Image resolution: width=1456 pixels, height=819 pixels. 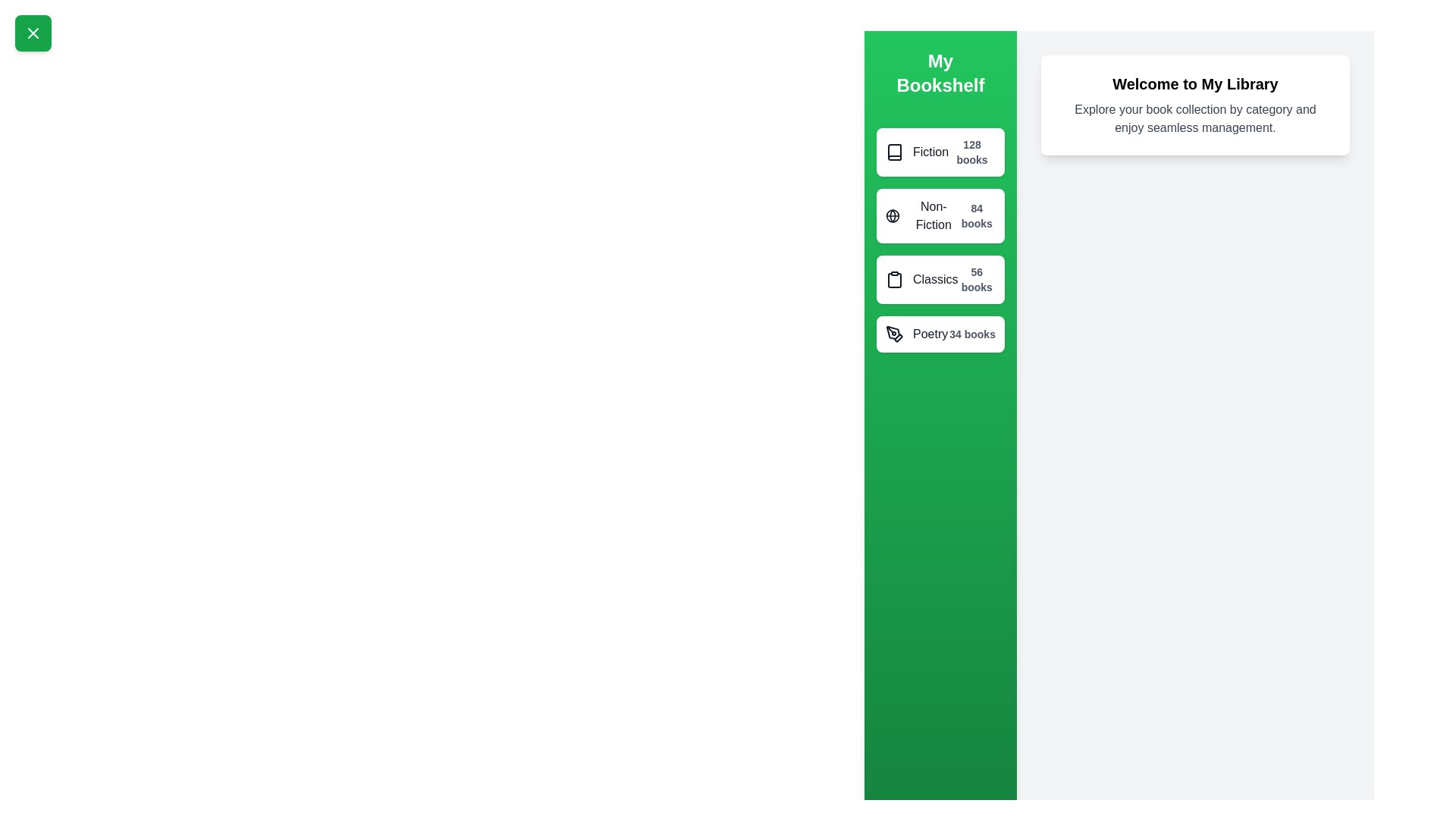 I want to click on the card corresponding to the Poetry category, so click(x=939, y=333).